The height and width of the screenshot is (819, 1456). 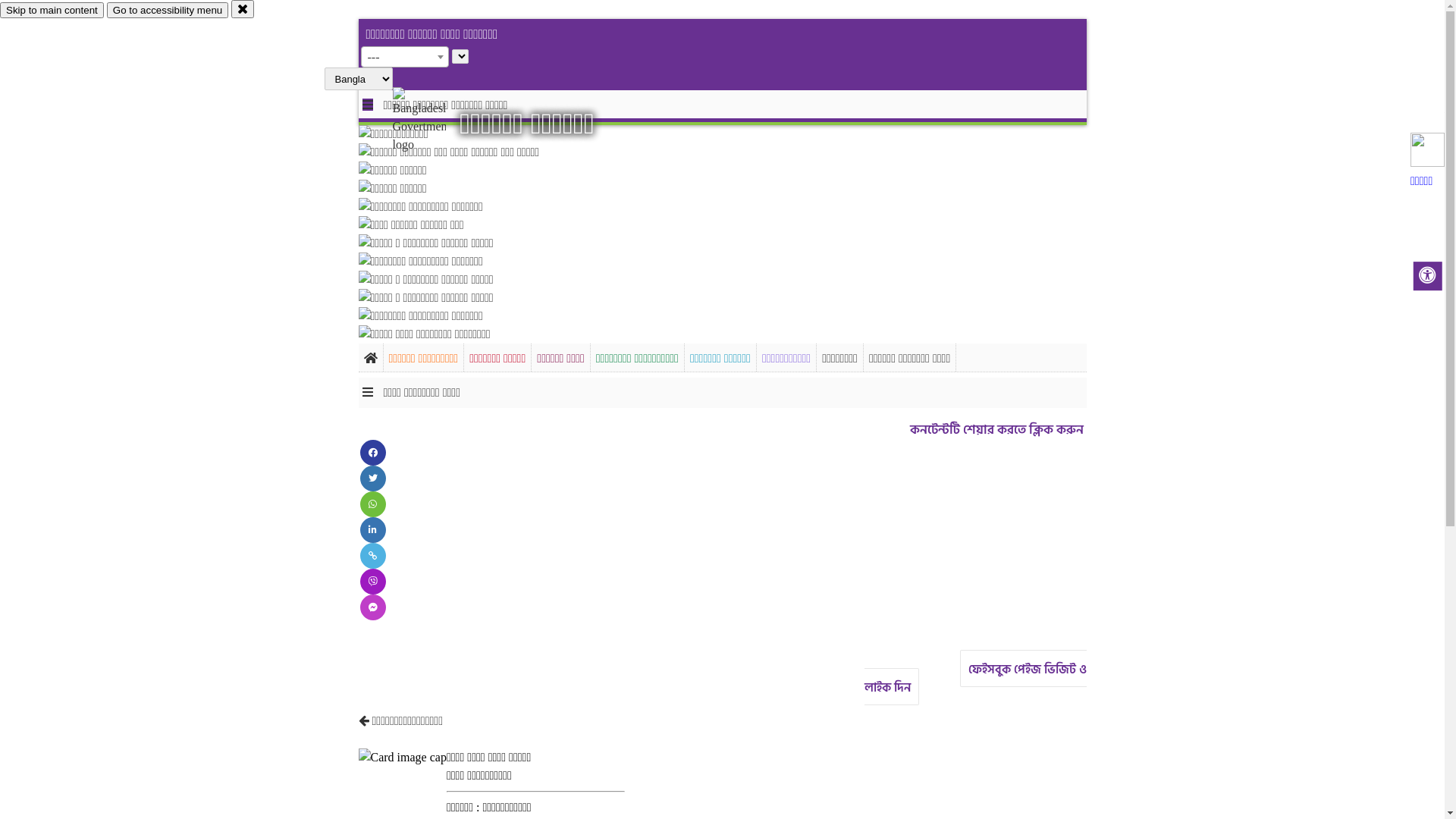 What do you see at coordinates (167, 10) in the screenshot?
I see `'Go to accessibility menu'` at bounding box center [167, 10].